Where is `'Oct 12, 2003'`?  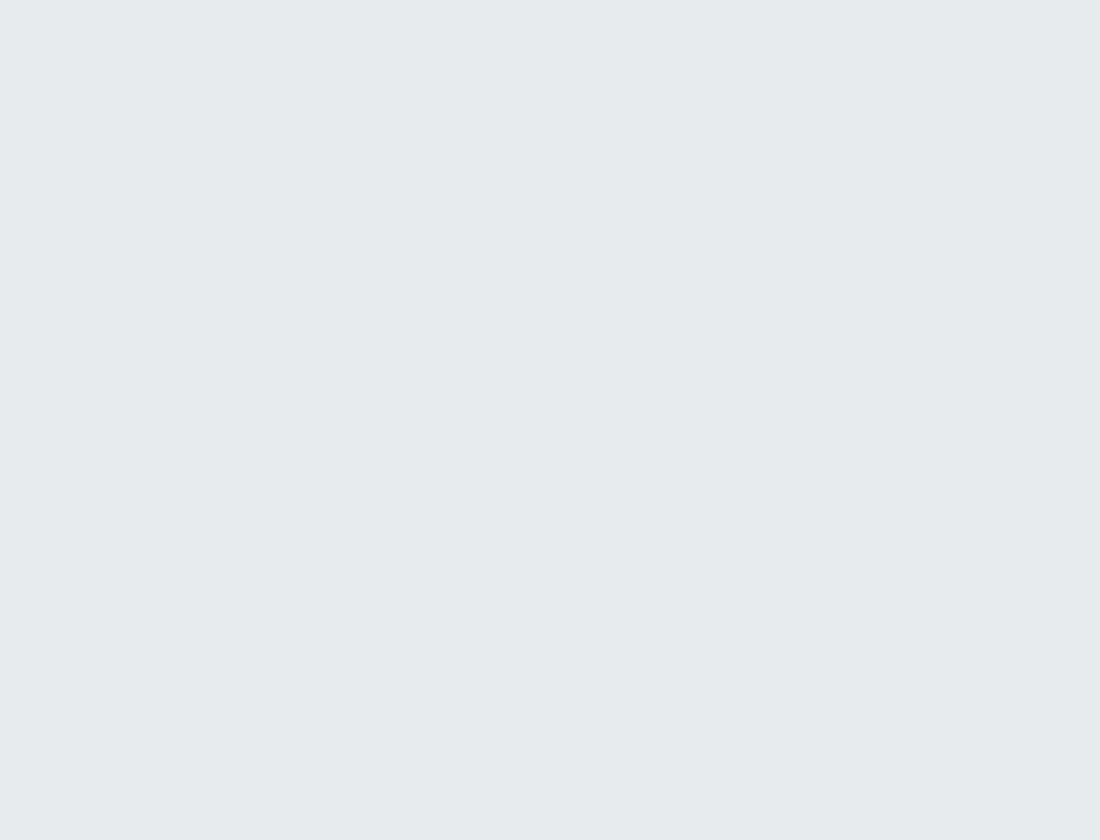
'Oct 12, 2003' is located at coordinates (65, 355).